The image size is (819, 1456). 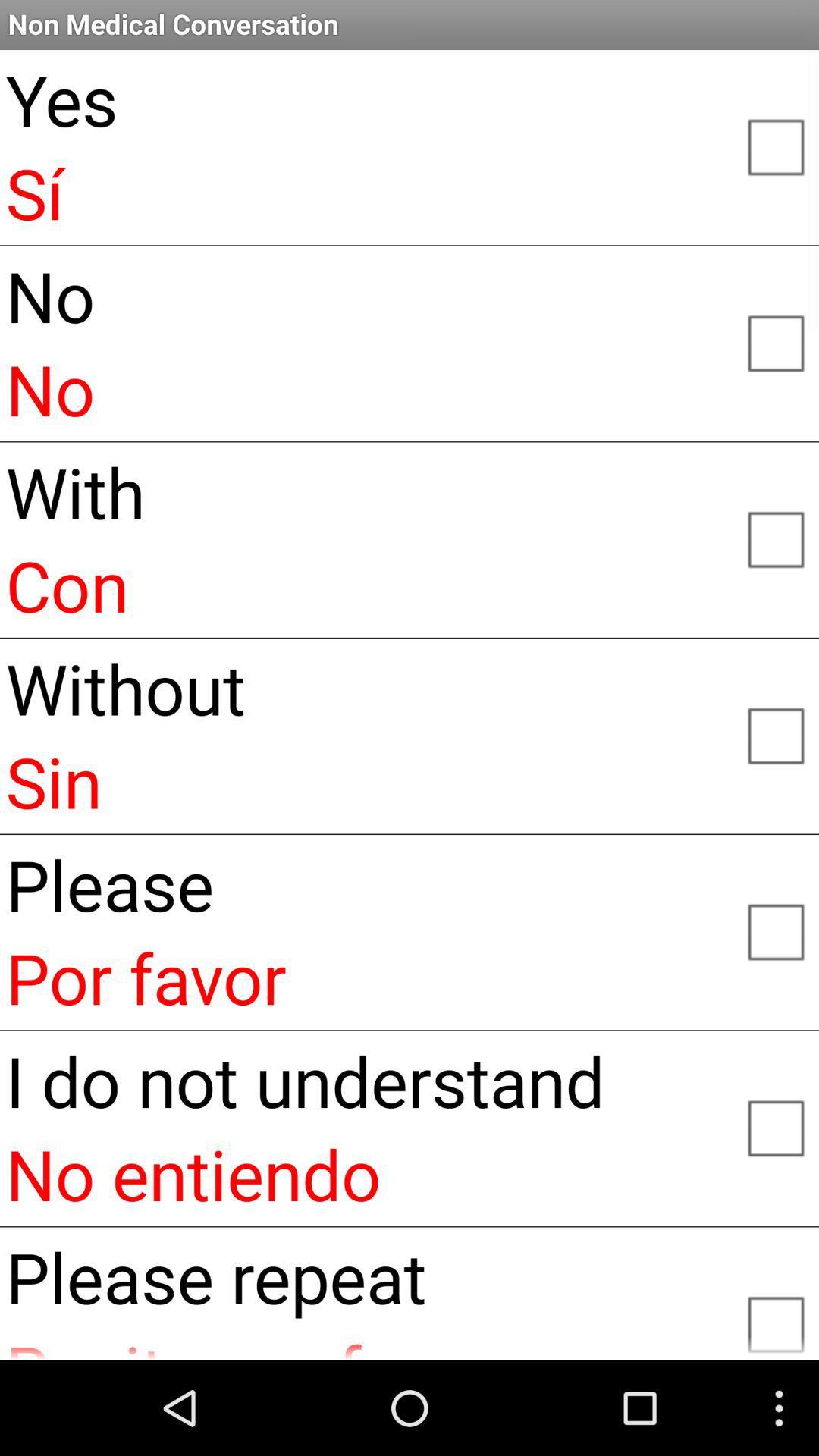 I want to click on confirm response, so click(x=775, y=538).